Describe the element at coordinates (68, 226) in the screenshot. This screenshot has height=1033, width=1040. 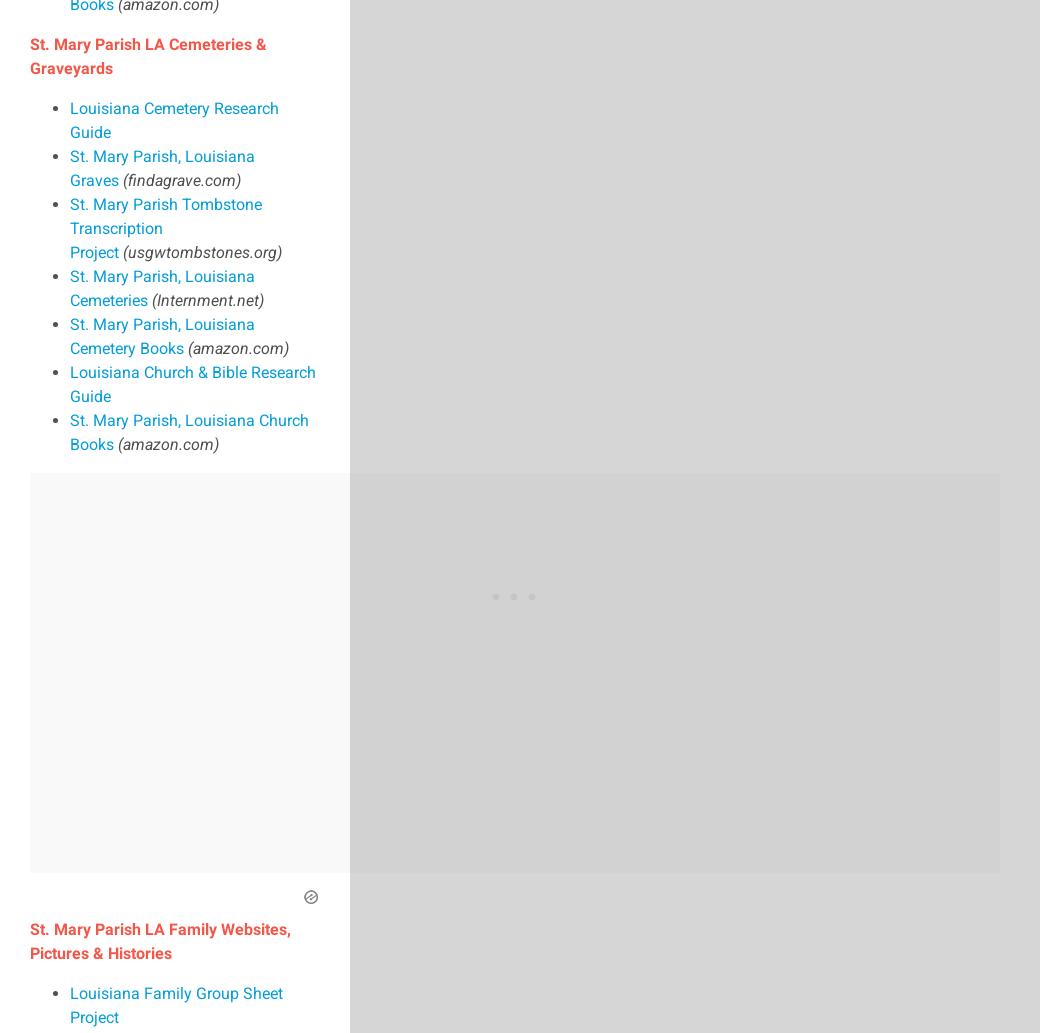
I see `'St. Mary Parish Tombstone Transcription Project'` at that location.